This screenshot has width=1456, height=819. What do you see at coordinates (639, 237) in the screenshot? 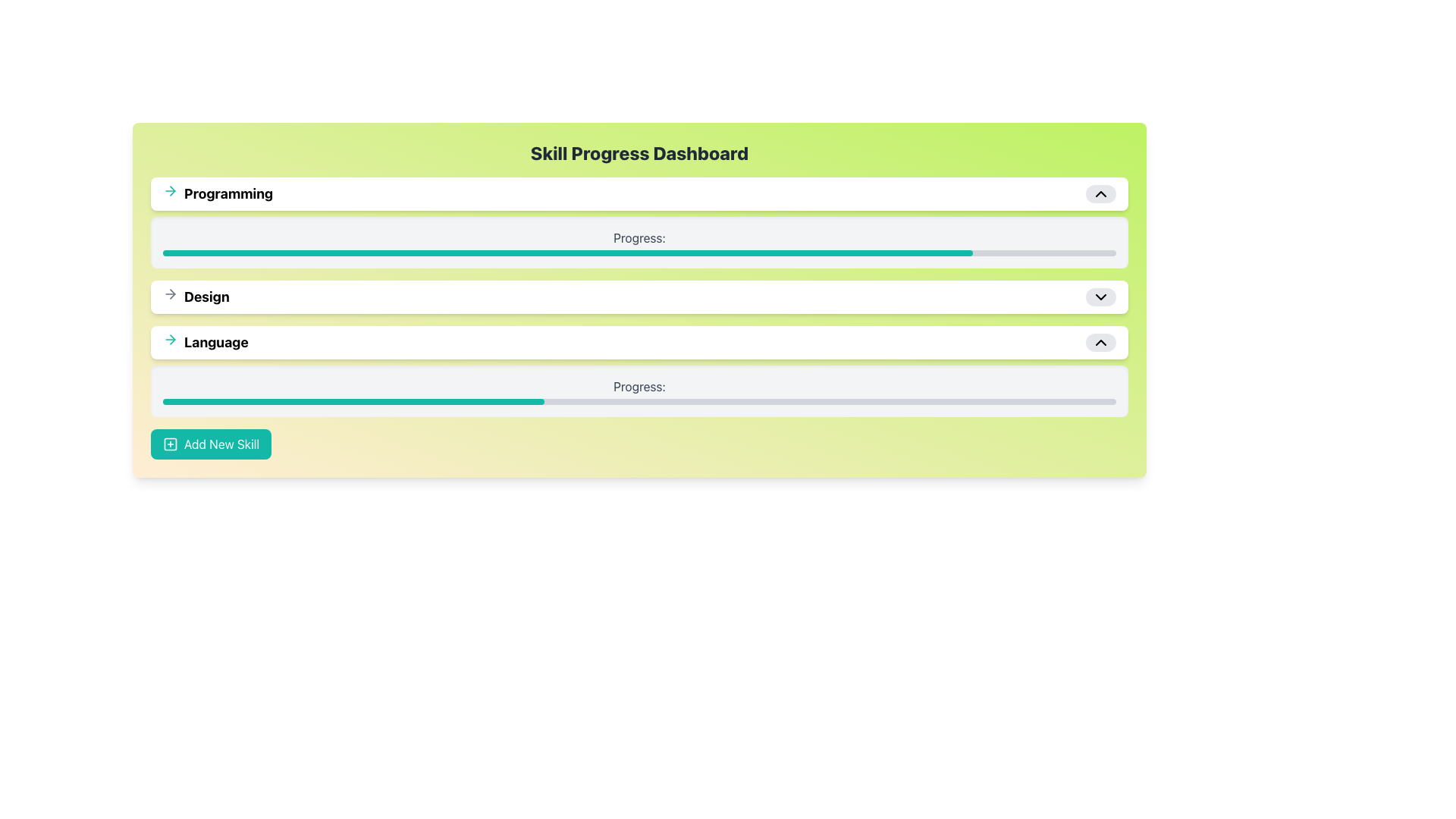
I see `the text label that reads 'Progress:' in medium gray color, located above the progress bar in the 'Programming' skill section` at bounding box center [639, 237].